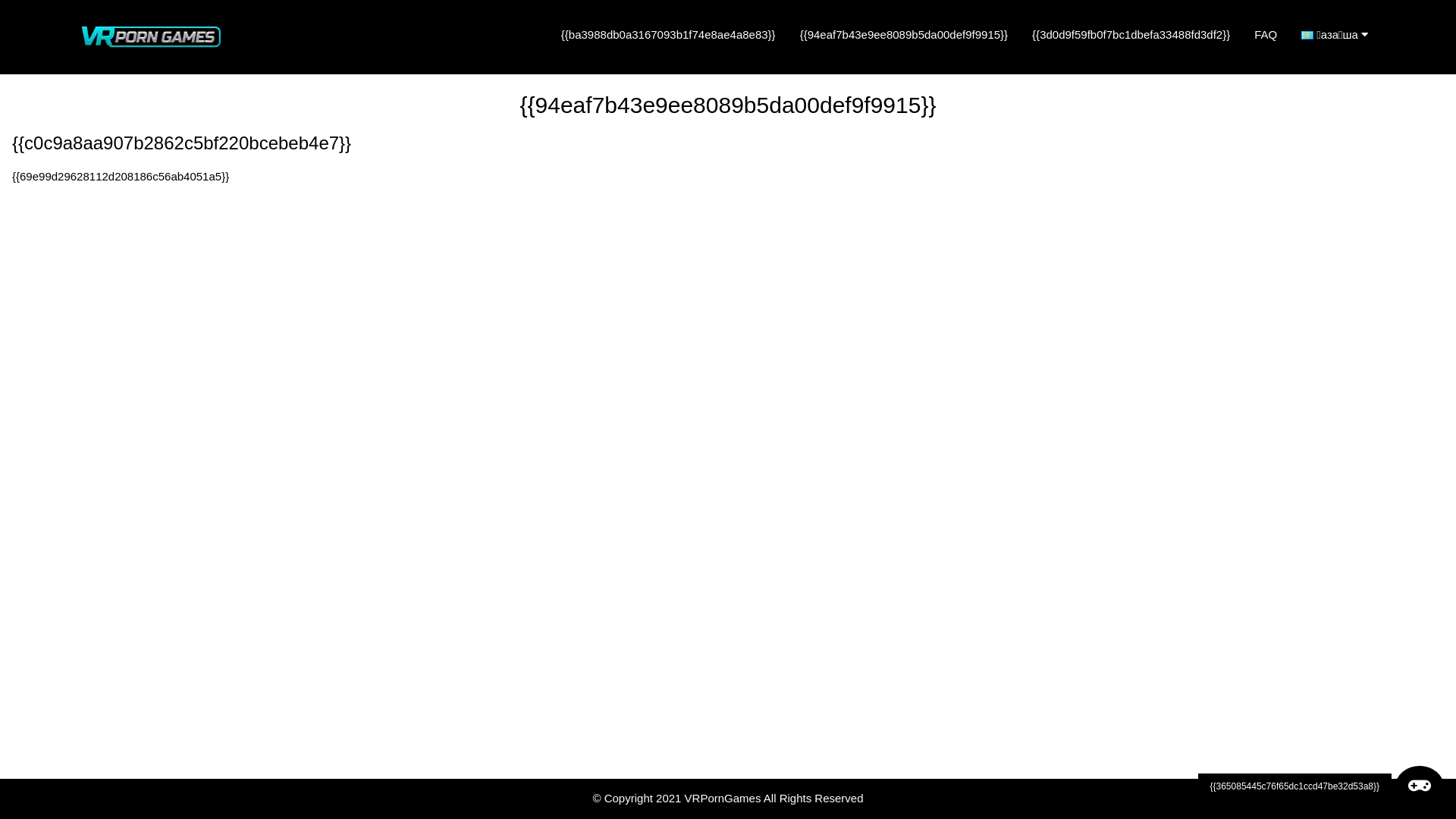 This screenshot has height=819, width=1456. What do you see at coordinates (1241, 34) in the screenshot?
I see `'FAQ'` at bounding box center [1241, 34].